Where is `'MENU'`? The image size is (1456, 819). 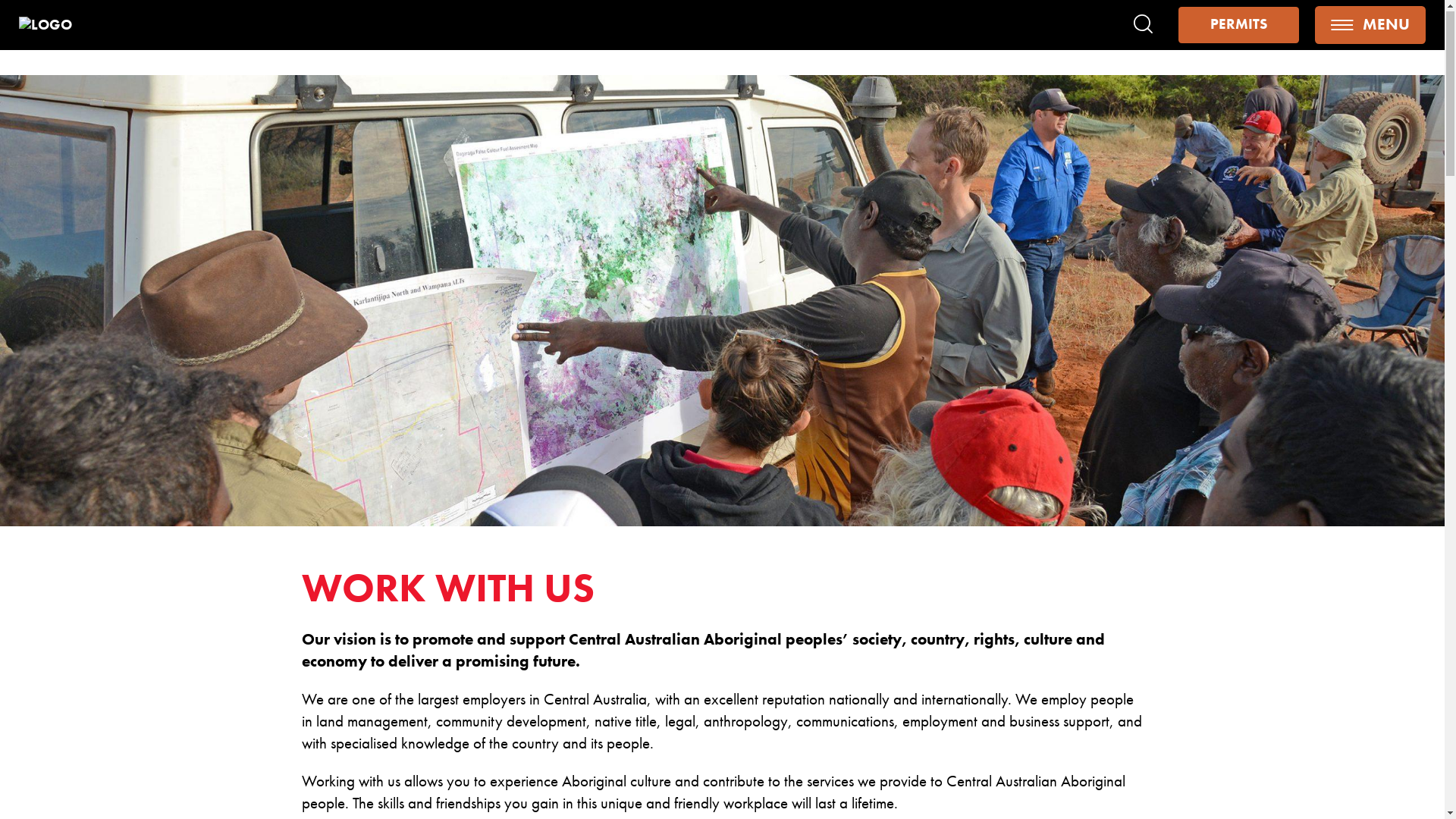
'MENU' is located at coordinates (1370, 26).